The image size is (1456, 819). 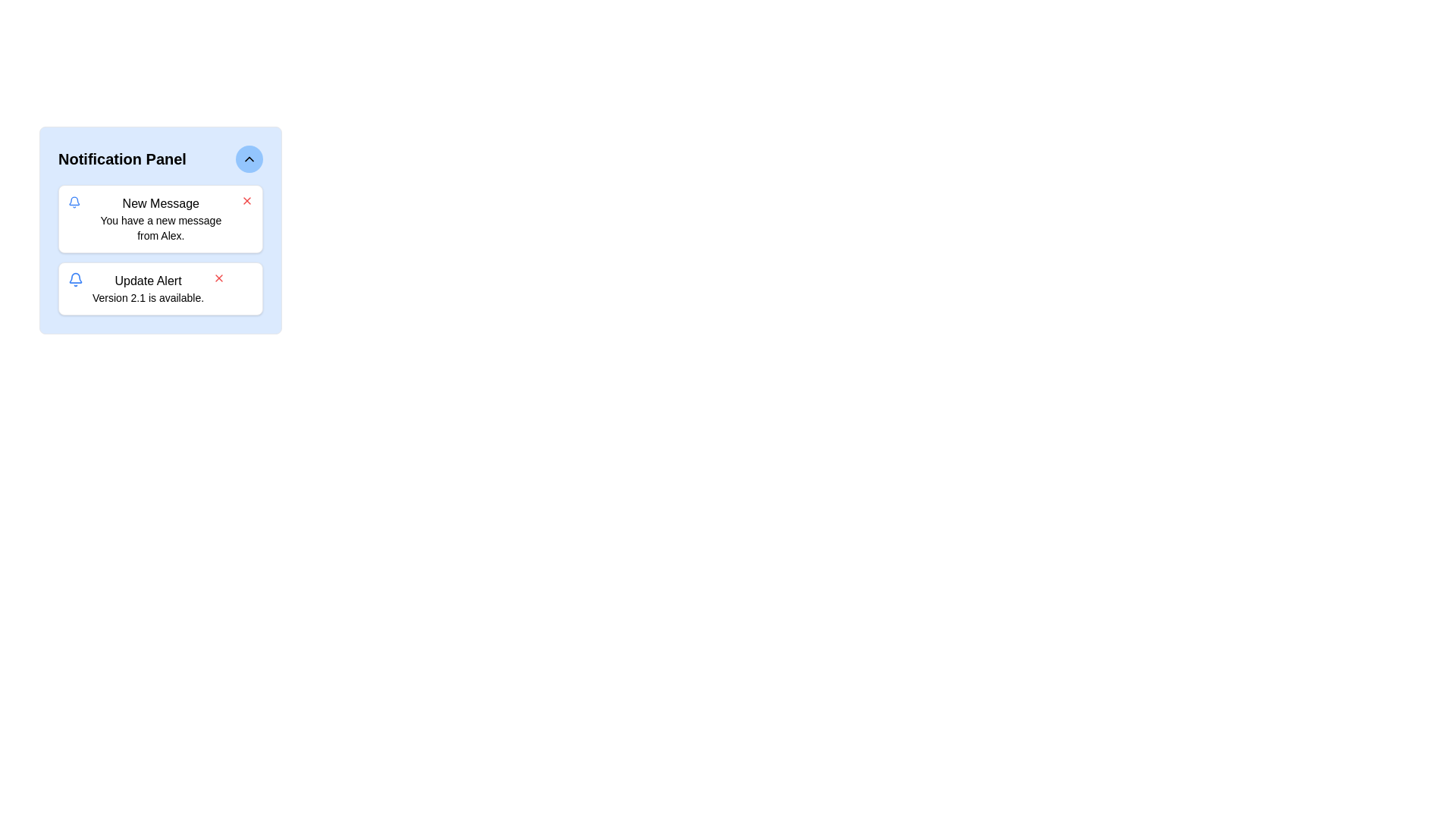 I want to click on the notification alert icon in the Notification Panel, which indicates new or pending notifications, so click(x=75, y=278).